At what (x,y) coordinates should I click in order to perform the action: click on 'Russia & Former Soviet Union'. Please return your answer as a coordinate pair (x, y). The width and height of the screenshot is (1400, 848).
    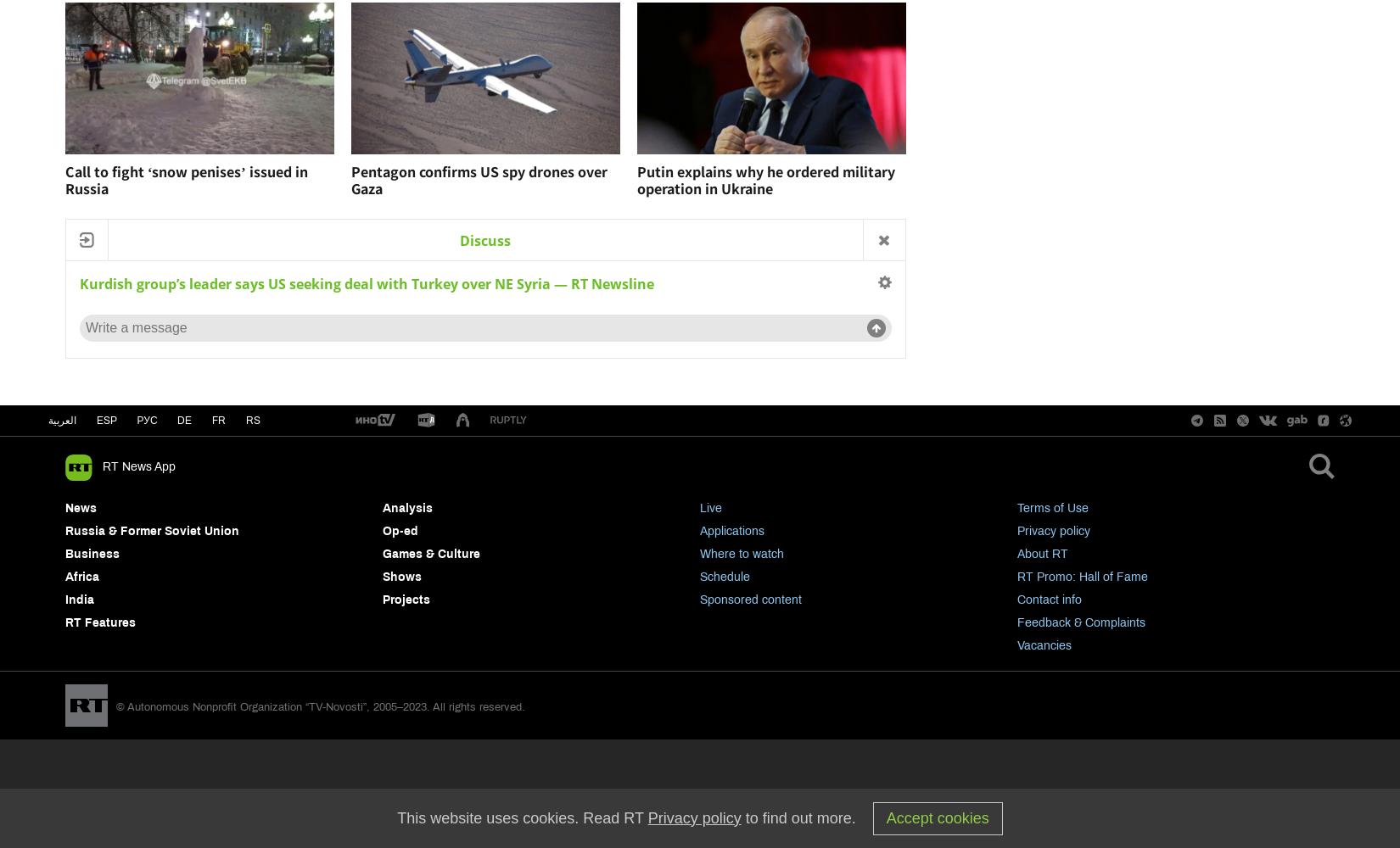
    Looking at the image, I should click on (152, 531).